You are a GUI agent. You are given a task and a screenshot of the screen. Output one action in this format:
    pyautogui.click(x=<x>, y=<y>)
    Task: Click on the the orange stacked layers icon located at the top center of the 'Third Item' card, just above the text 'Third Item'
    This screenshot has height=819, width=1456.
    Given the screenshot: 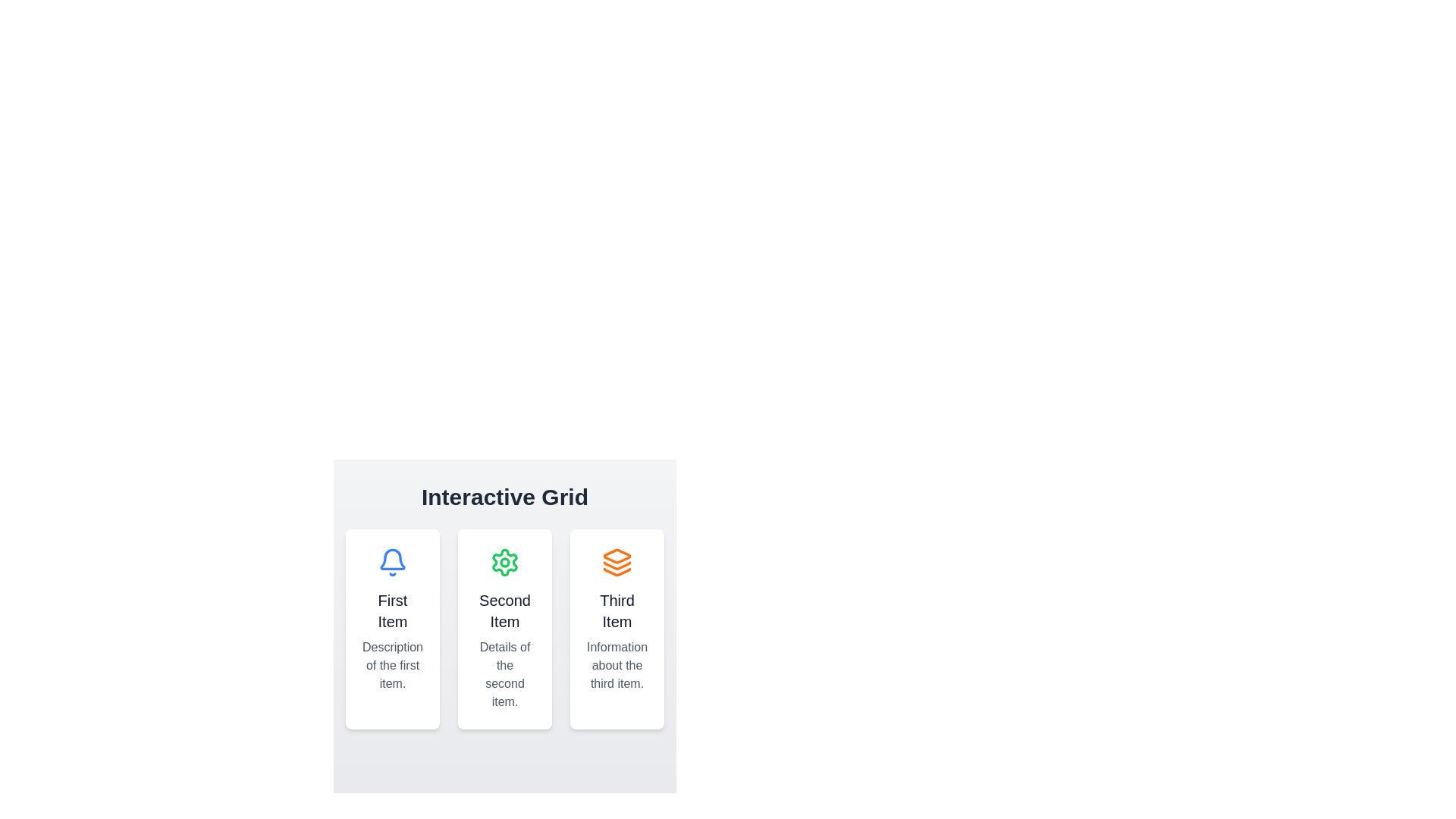 What is the action you would take?
    pyautogui.click(x=617, y=562)
    